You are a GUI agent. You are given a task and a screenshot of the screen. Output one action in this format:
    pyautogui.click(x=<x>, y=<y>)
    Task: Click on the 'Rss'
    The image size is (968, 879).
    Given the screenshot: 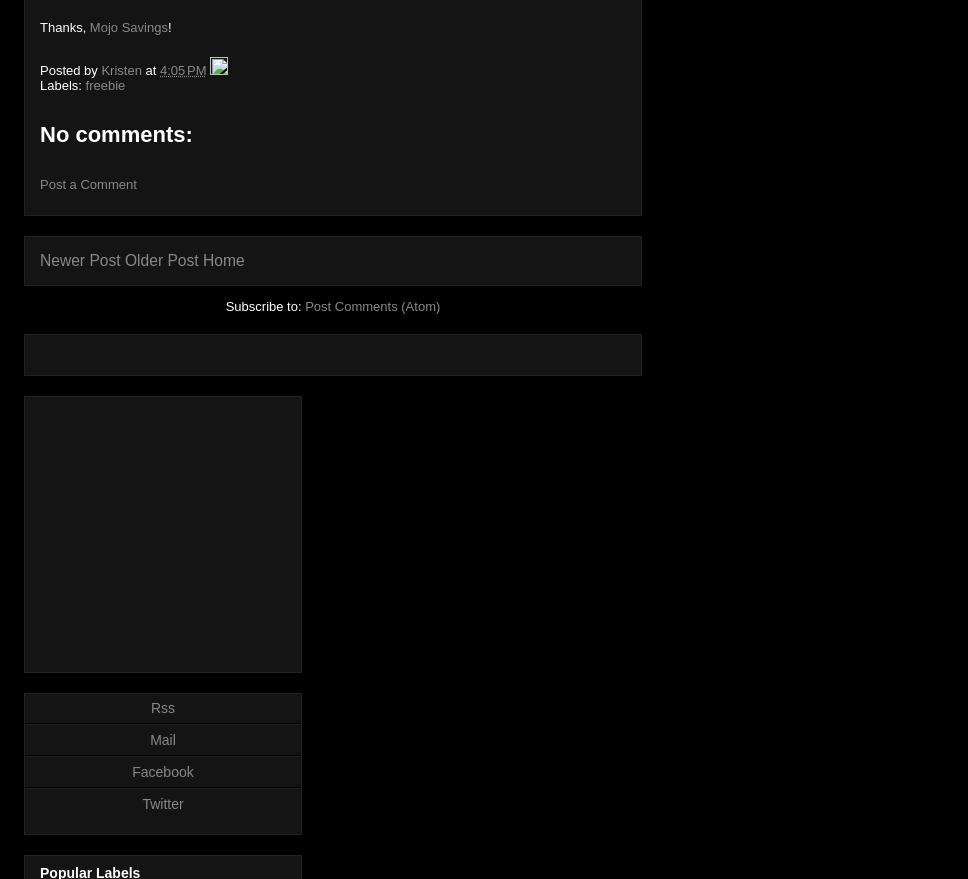 What is the action you would take?
    pyautogui.click(x=162, y=708)
    